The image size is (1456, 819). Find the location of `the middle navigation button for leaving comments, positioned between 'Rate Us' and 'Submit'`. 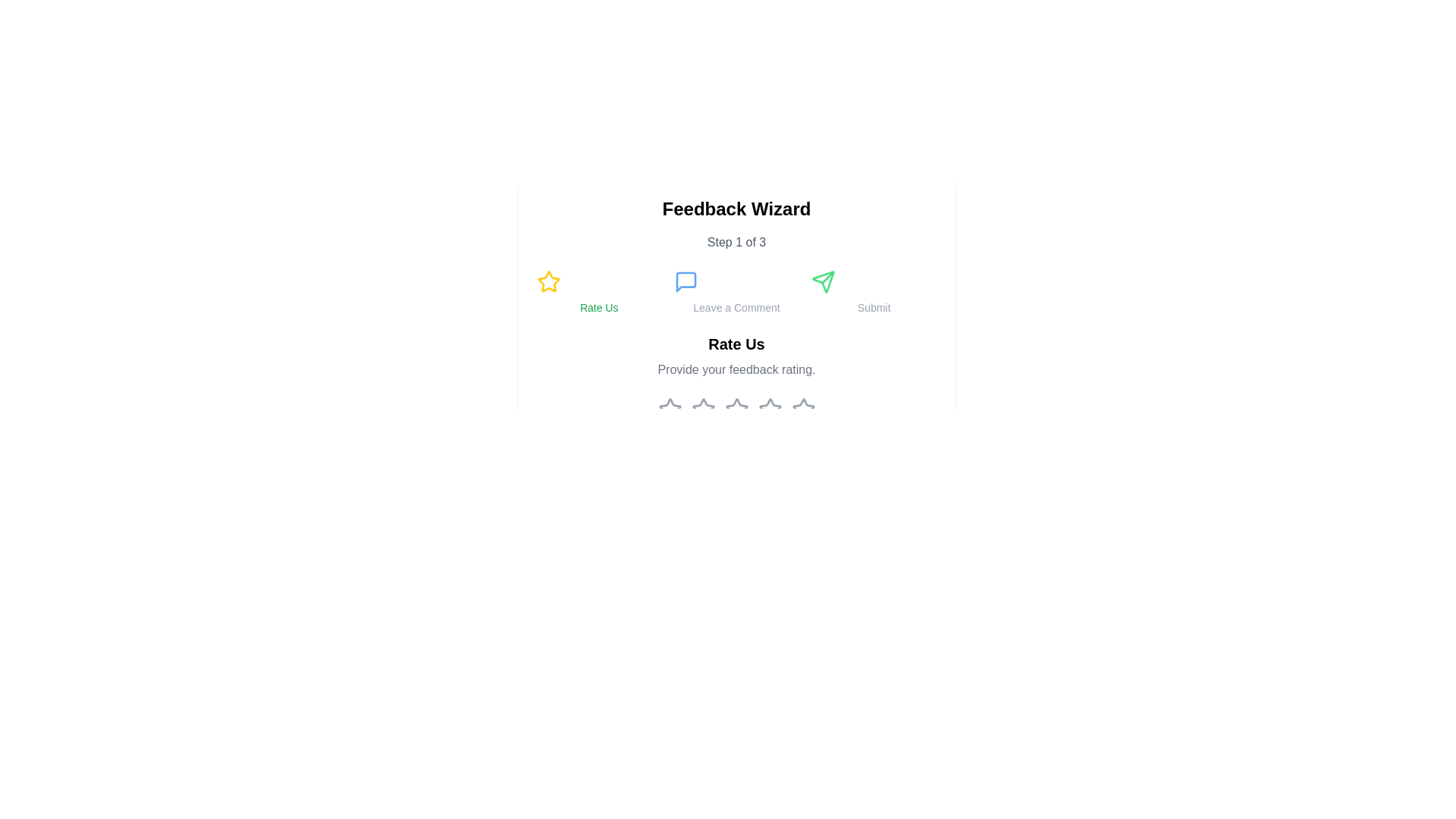

the middle navigation button for leaving comments, positioned between 'Rate Us' and 'Submit' is located at coordinates (736, 292).